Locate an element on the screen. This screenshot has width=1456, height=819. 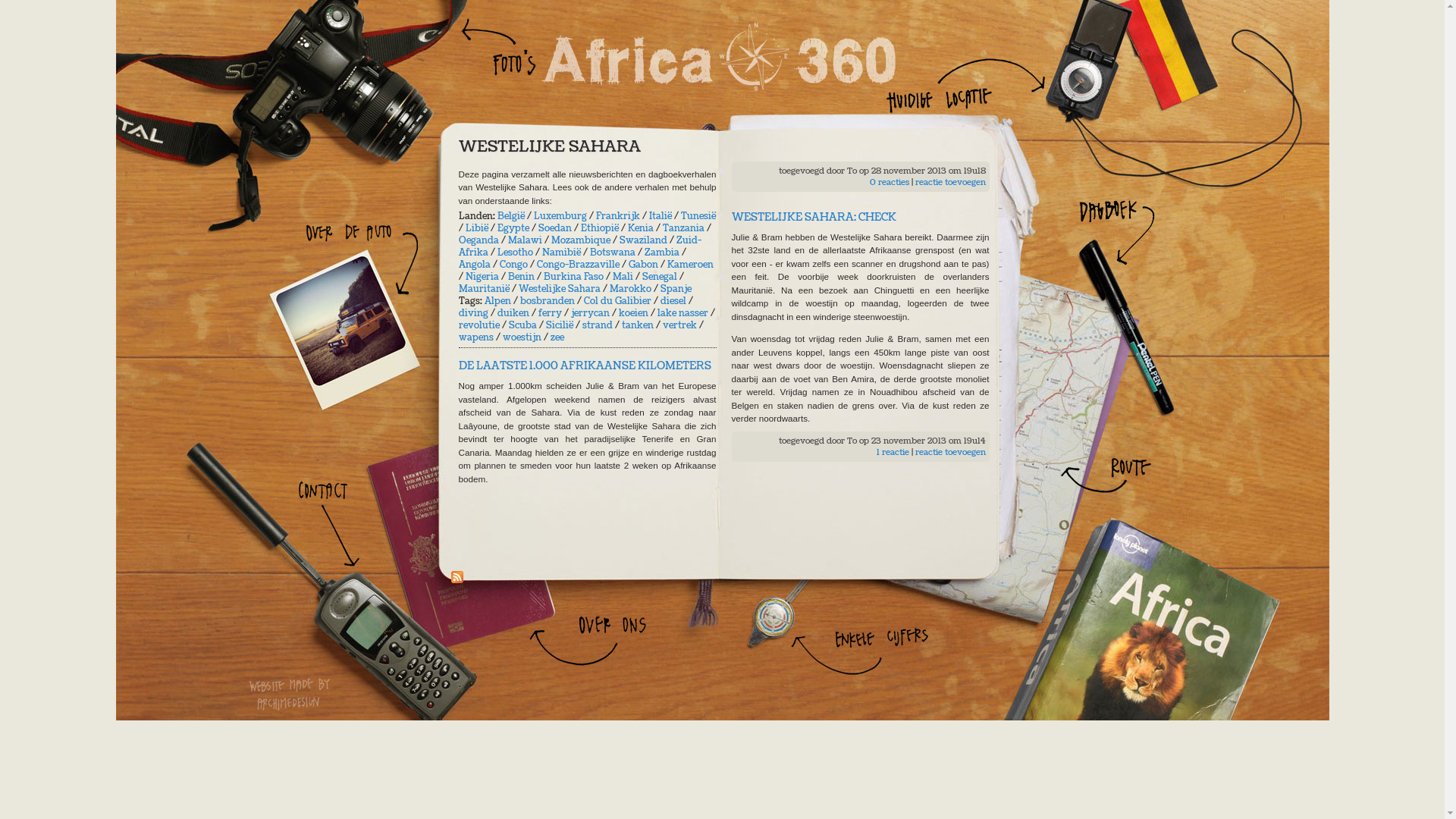
'Burkina Faso' is located at coordinates (572, 277).